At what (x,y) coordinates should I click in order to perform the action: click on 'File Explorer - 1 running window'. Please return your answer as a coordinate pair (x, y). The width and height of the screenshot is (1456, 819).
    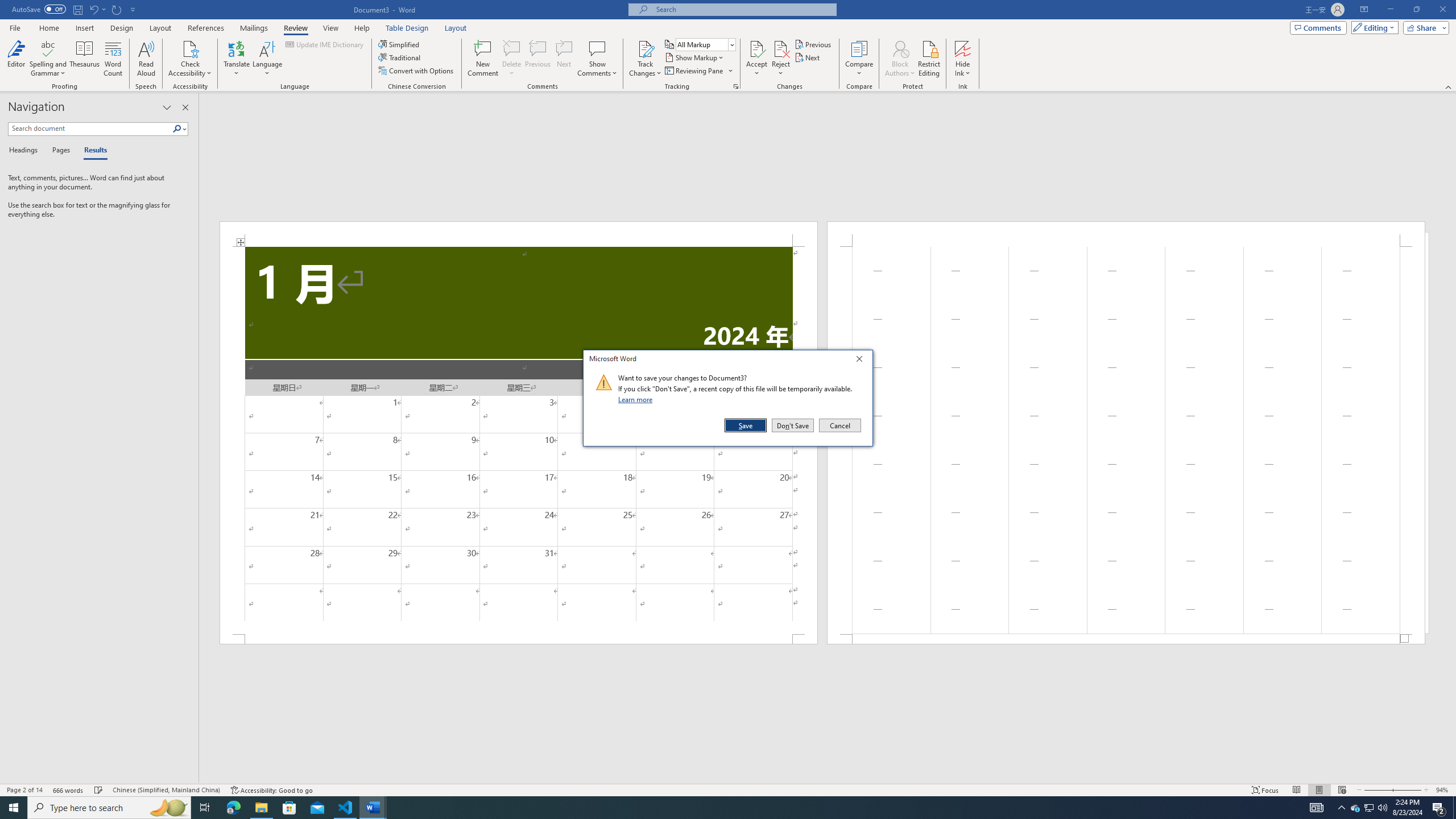
    Looking at the image, I should click on (260, 806).